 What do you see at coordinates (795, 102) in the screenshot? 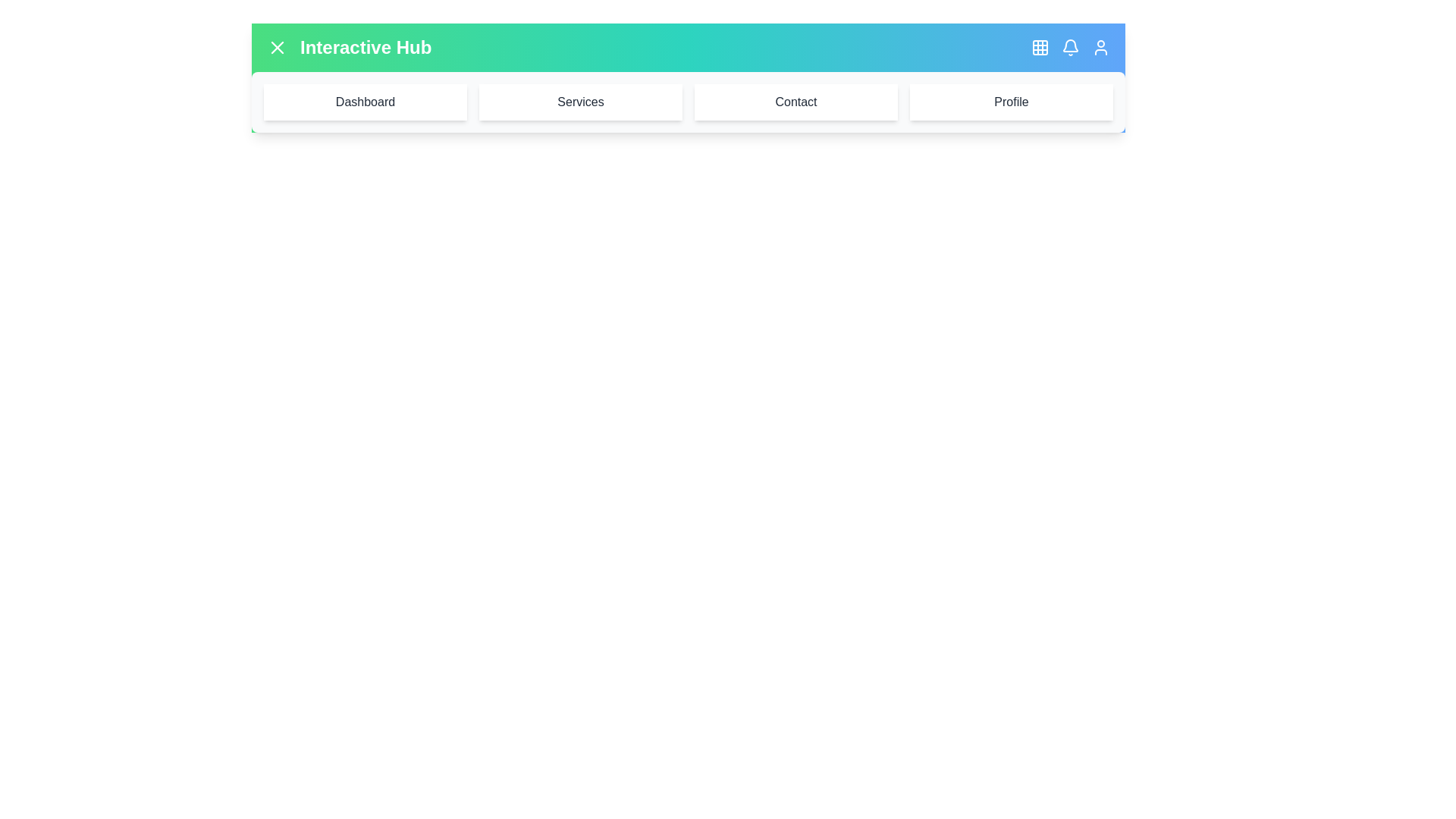
I see `the menu item Contact` at bounding box center [795, 102].